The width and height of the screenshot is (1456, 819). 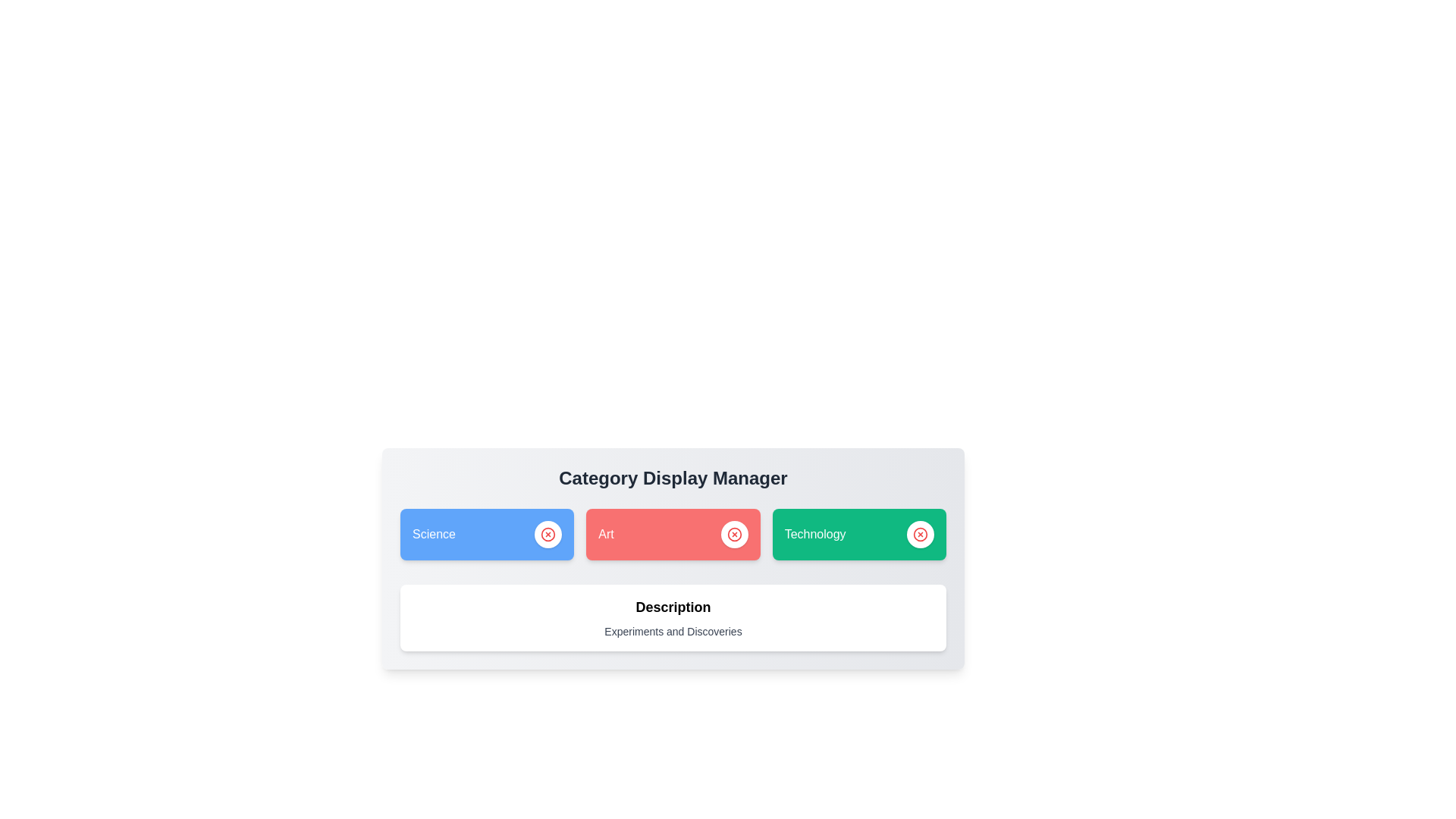 What do you see at coordinates (487, 534) in the screenshot?
I see `the category Science to display its description` at bounding box center [487, 534].